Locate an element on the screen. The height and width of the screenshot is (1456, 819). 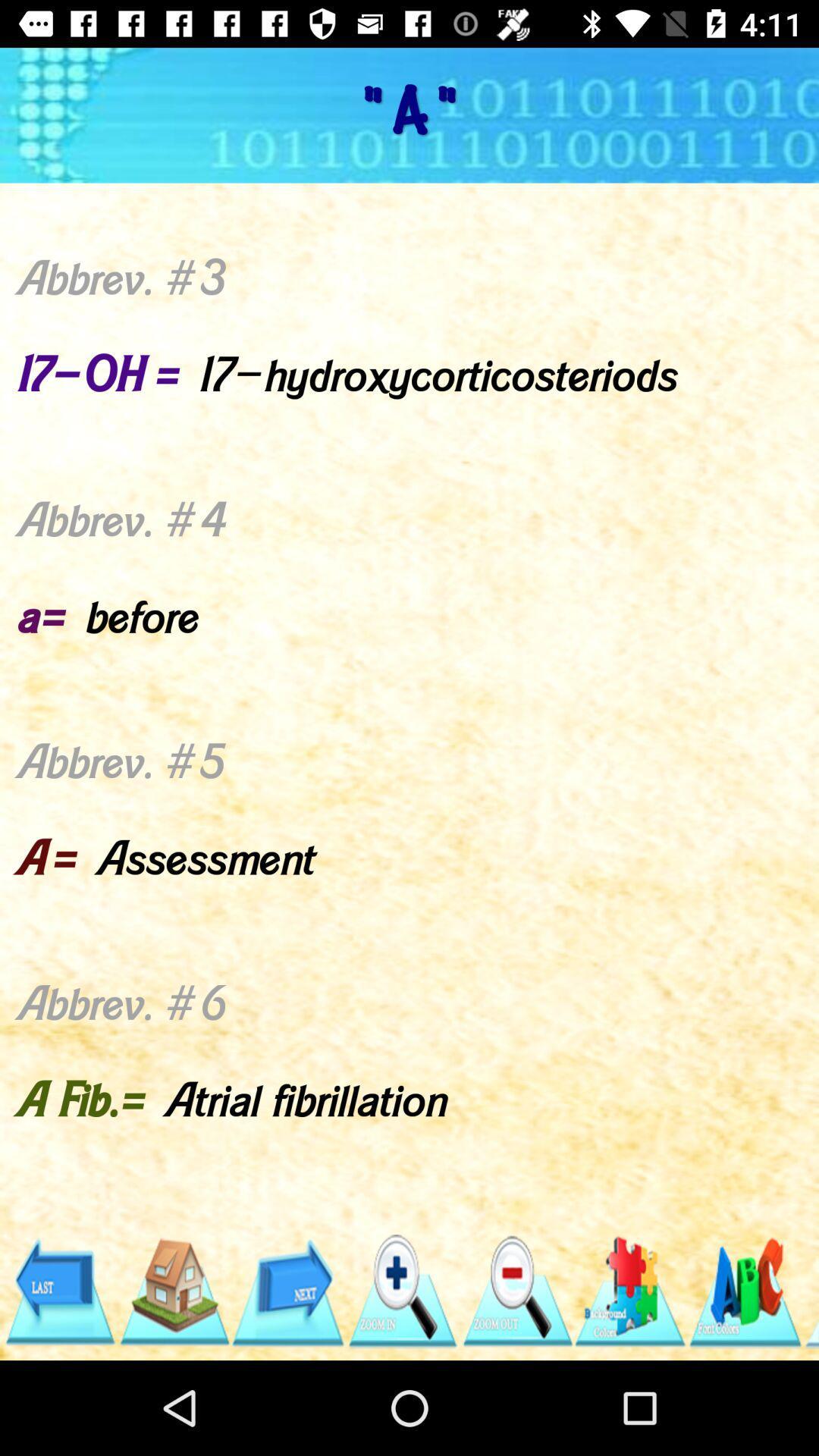
sort alphabetical is located at coordinates (744, 1291).